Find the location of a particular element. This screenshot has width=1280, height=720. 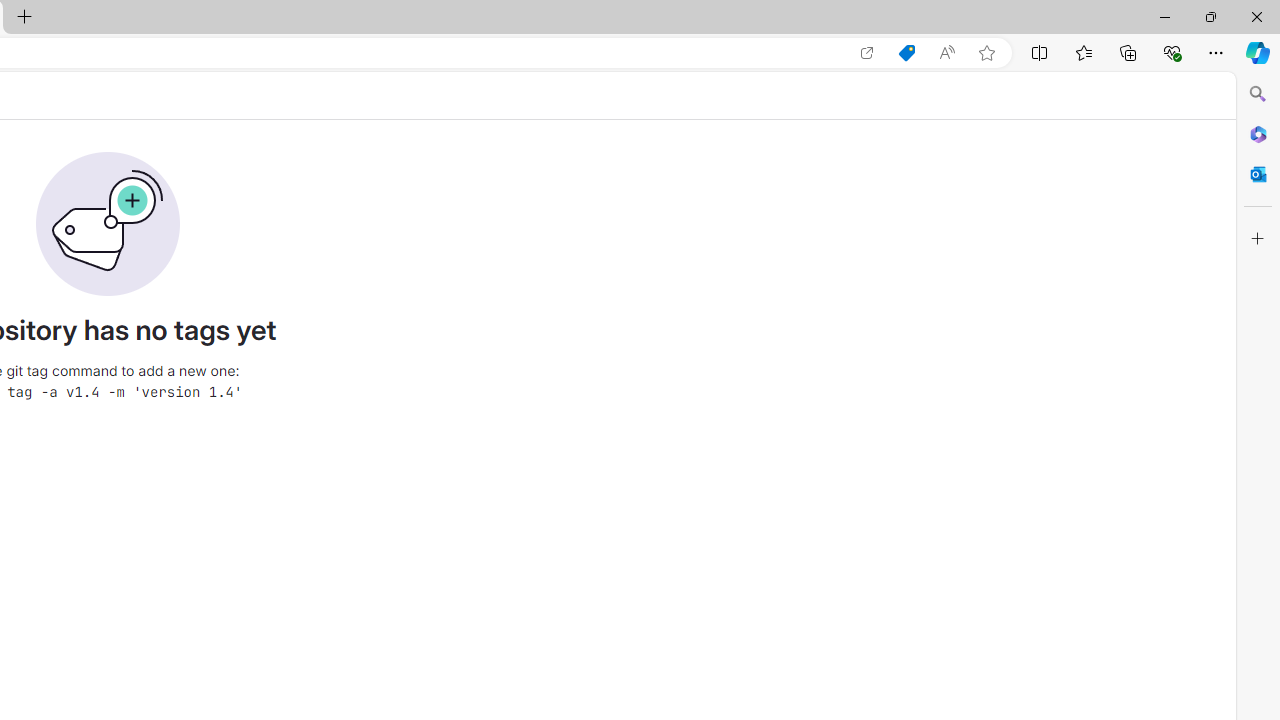

'Customize' is located at coordinates (1257, 238).